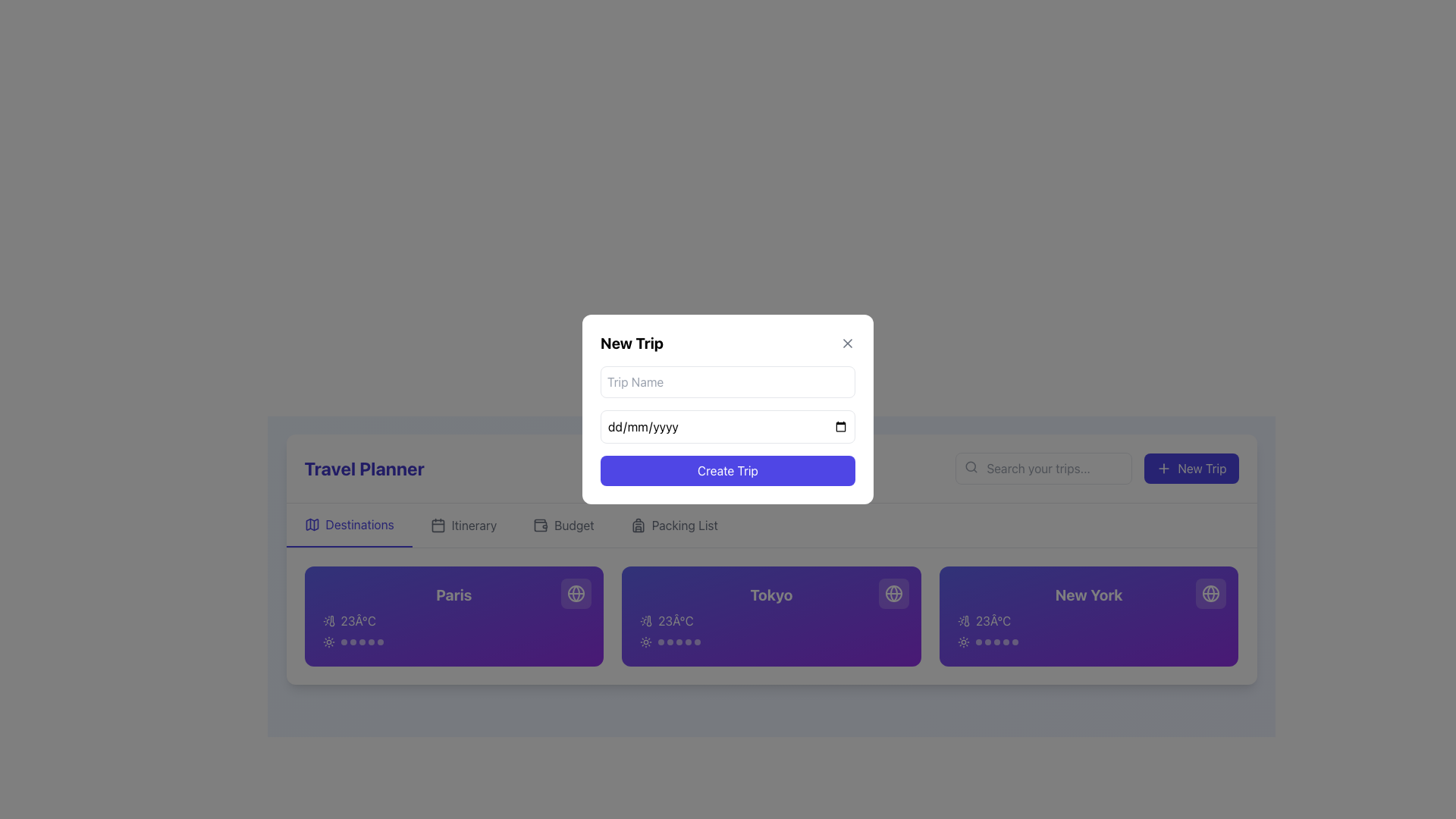 Image resolution: width=1456 pixels, height=819 pixels. What do you see at coordinates (996, 642) in the screenshot?
I see `the pagination or state indicator located at the bottom of the 'New York' card, specifically beneath the temperature text '23°C'` at bounding box center [996, 642].